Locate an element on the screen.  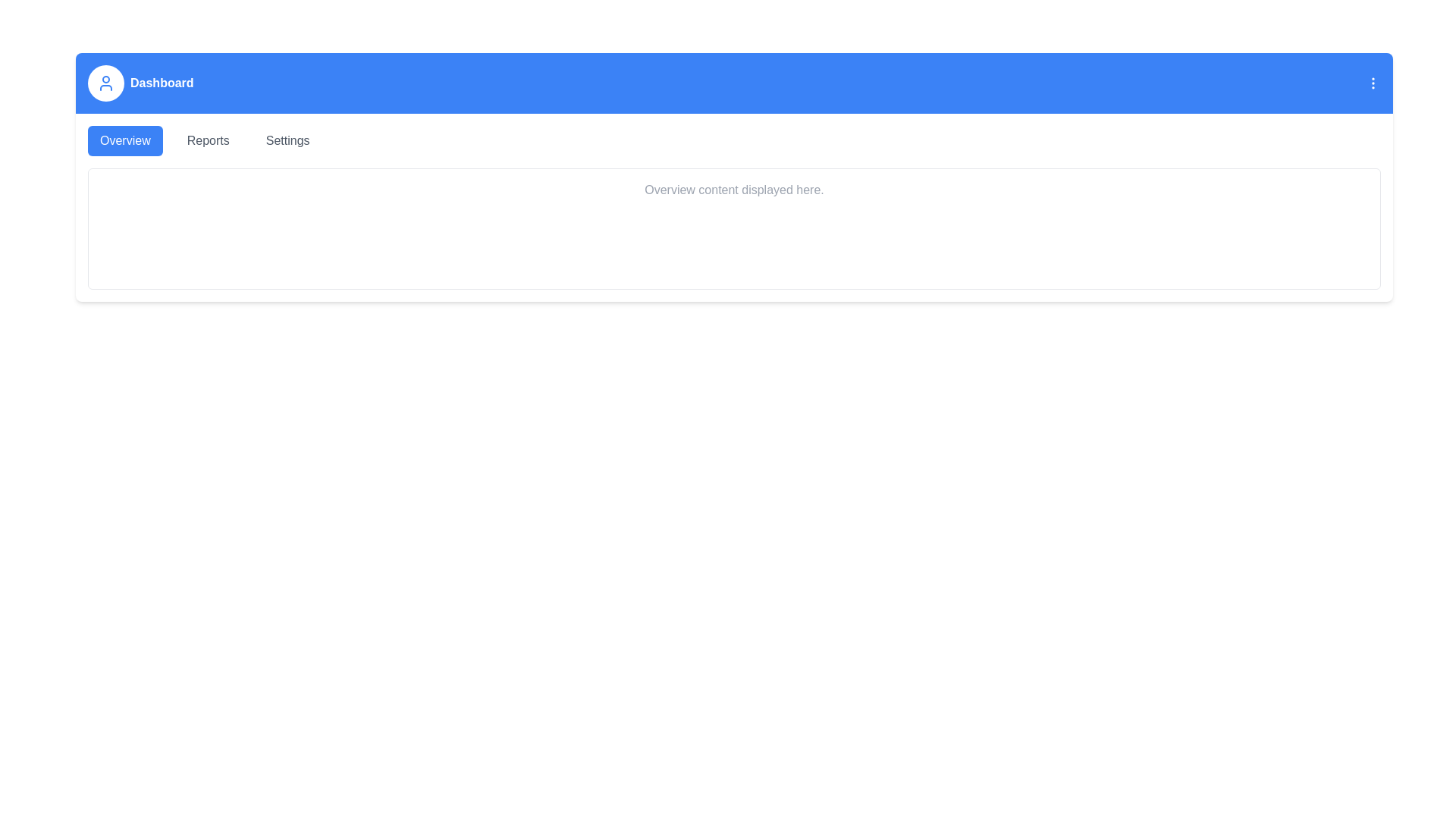
the text label that identifies the current section, located in the header bar to the immediate right of the circular user icon is located at coordinates (162, 83).